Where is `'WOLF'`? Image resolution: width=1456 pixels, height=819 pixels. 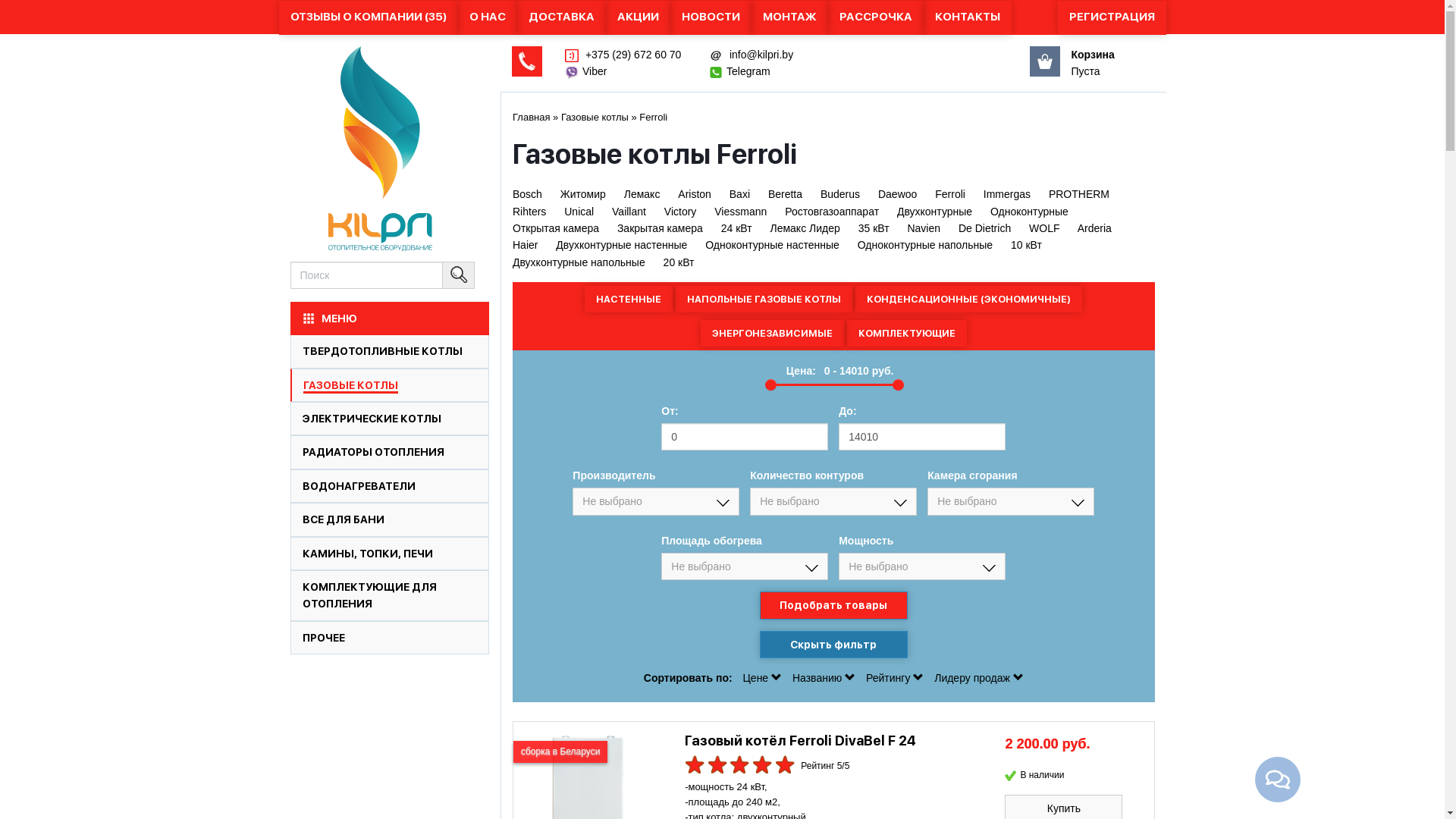 'WOLF' is located at coordinates (1043, 227).